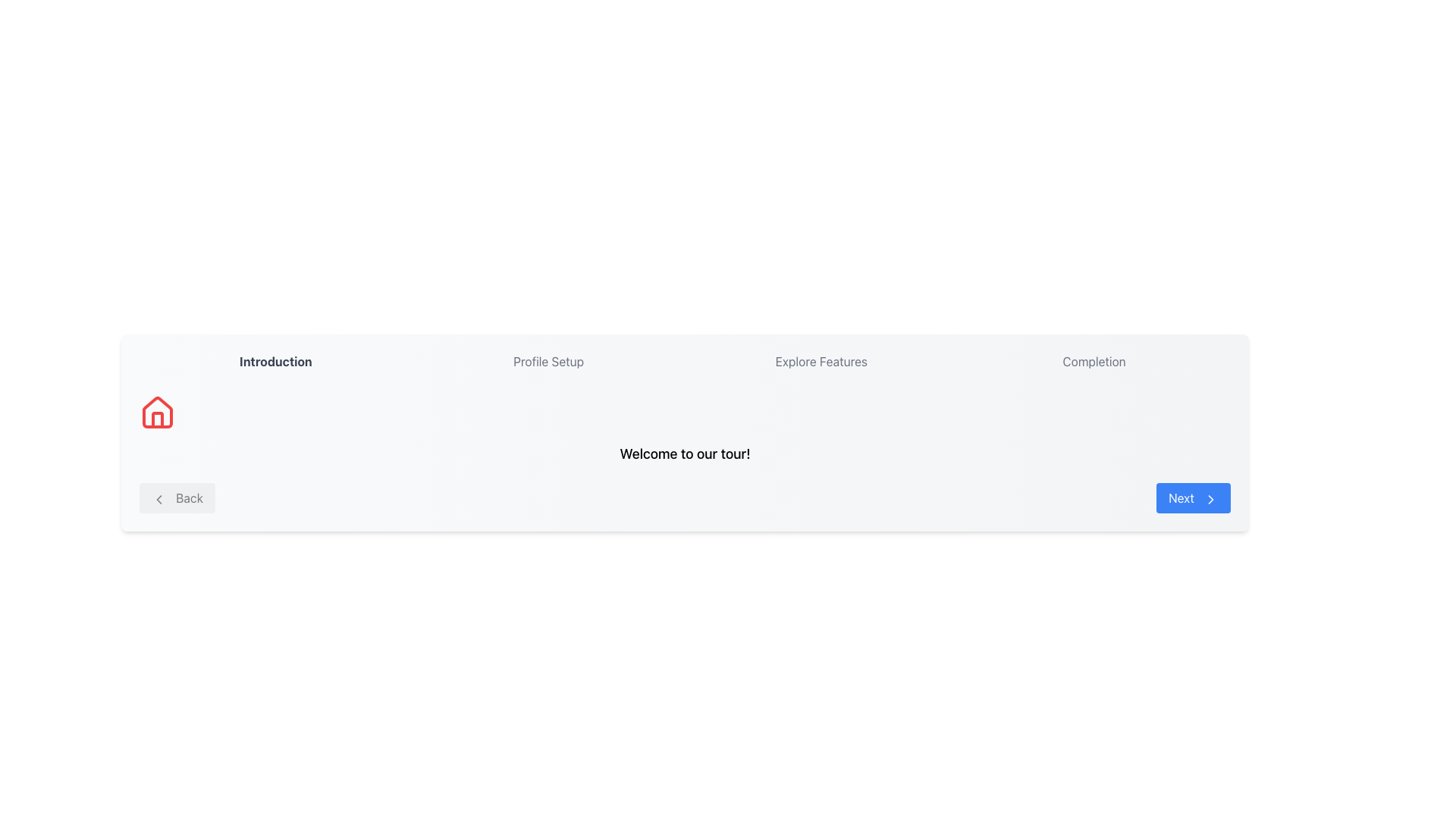  Describe the element at coordinates (821, 362) in the screenshot. I see `the 'Explore Features' text label in the horizontal navigation bar at the top of the interface` at that location.